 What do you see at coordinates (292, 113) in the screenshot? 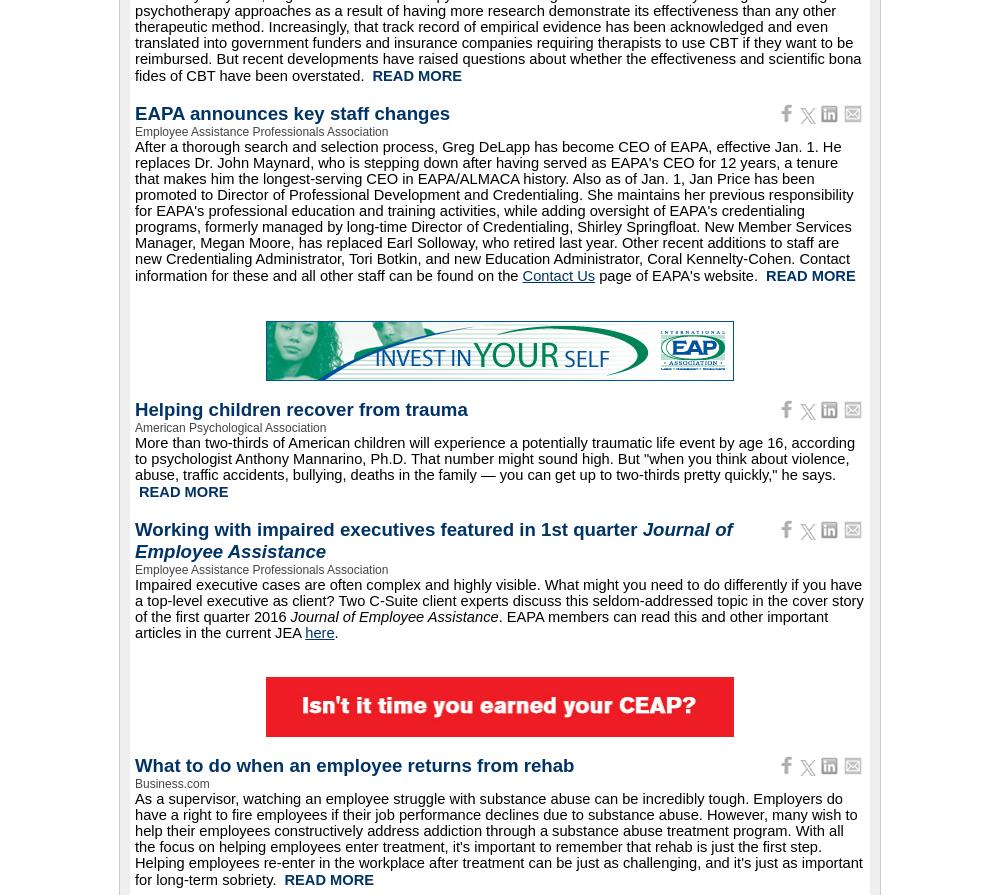
I see `'EAPA announces key staff changes'` at bounding box center [292, 113].